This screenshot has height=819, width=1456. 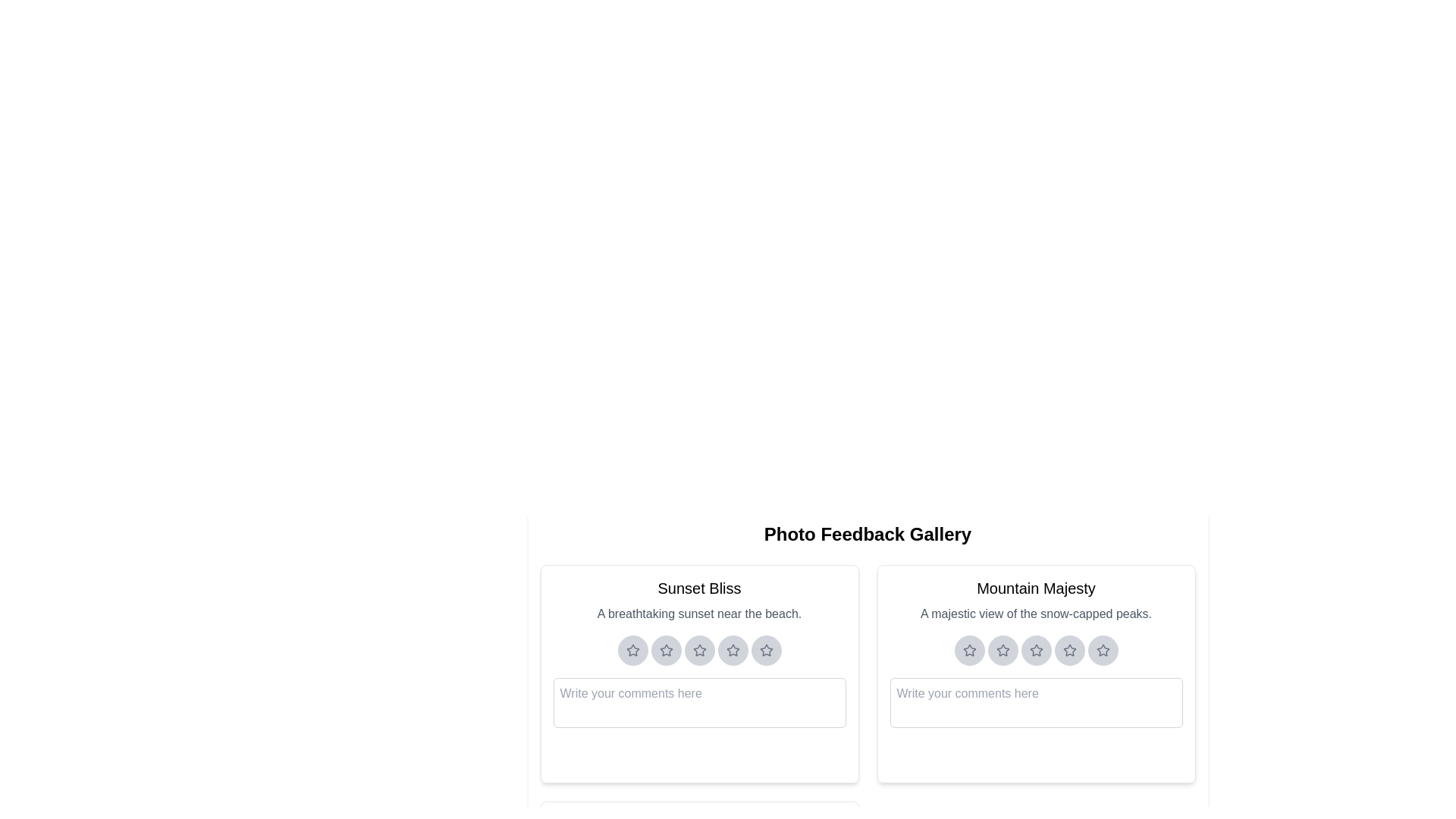 What do you see at coordinates (632, 649) in the screenshot?
I see `the interactive button with a gray background and star icon located under the title 'Sunset Bliss' in the rating section of the feedback card to interact visually` at bounding box center [632, 649].